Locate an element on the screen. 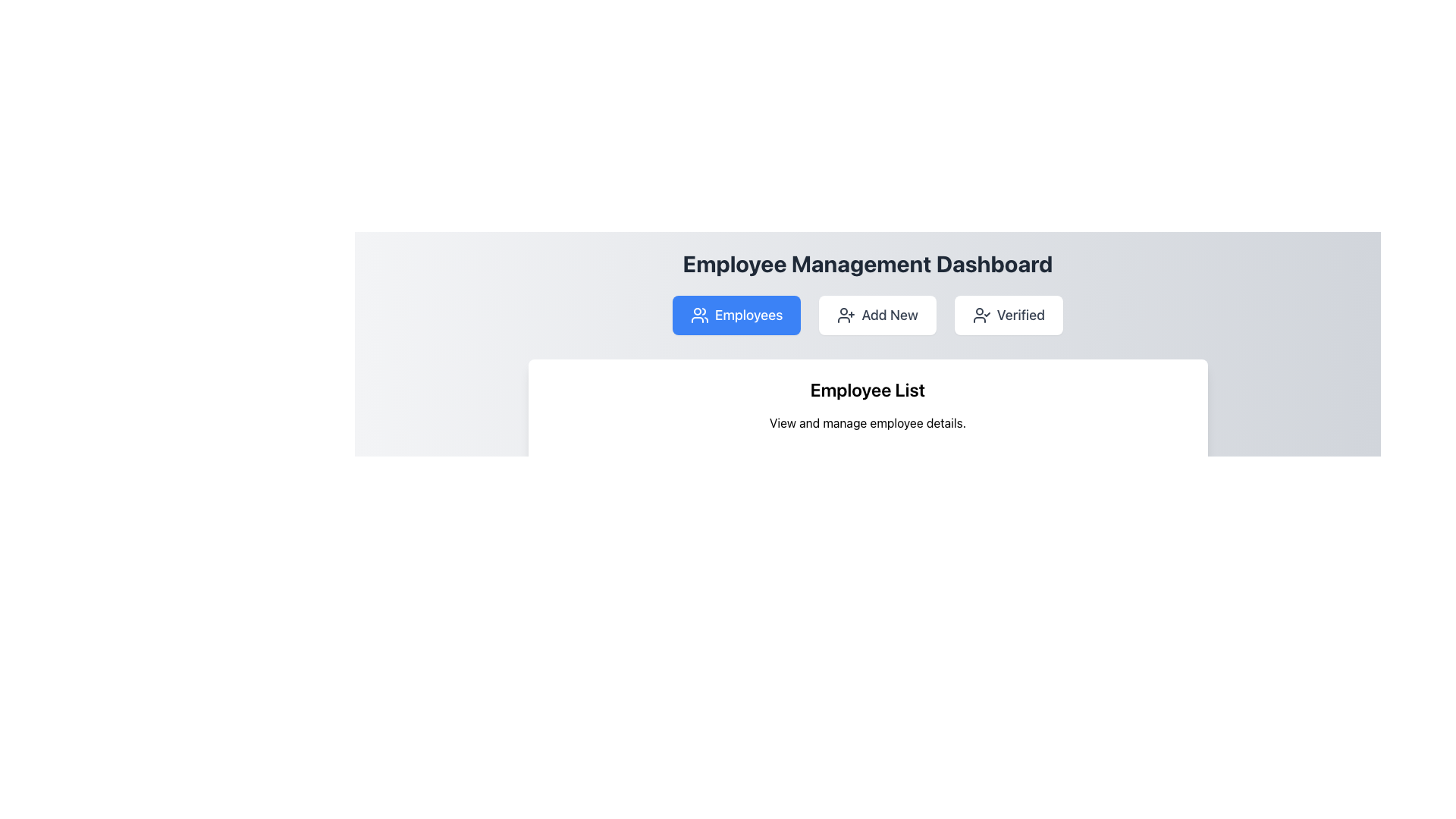 The height and width of the screenshot is (819, 1456). the SVG Icon representing a user outline with a checkmark, embedded in the 'Verified' button located below the 'Employee Management Dashboard' is located at coordinates (981, 315).